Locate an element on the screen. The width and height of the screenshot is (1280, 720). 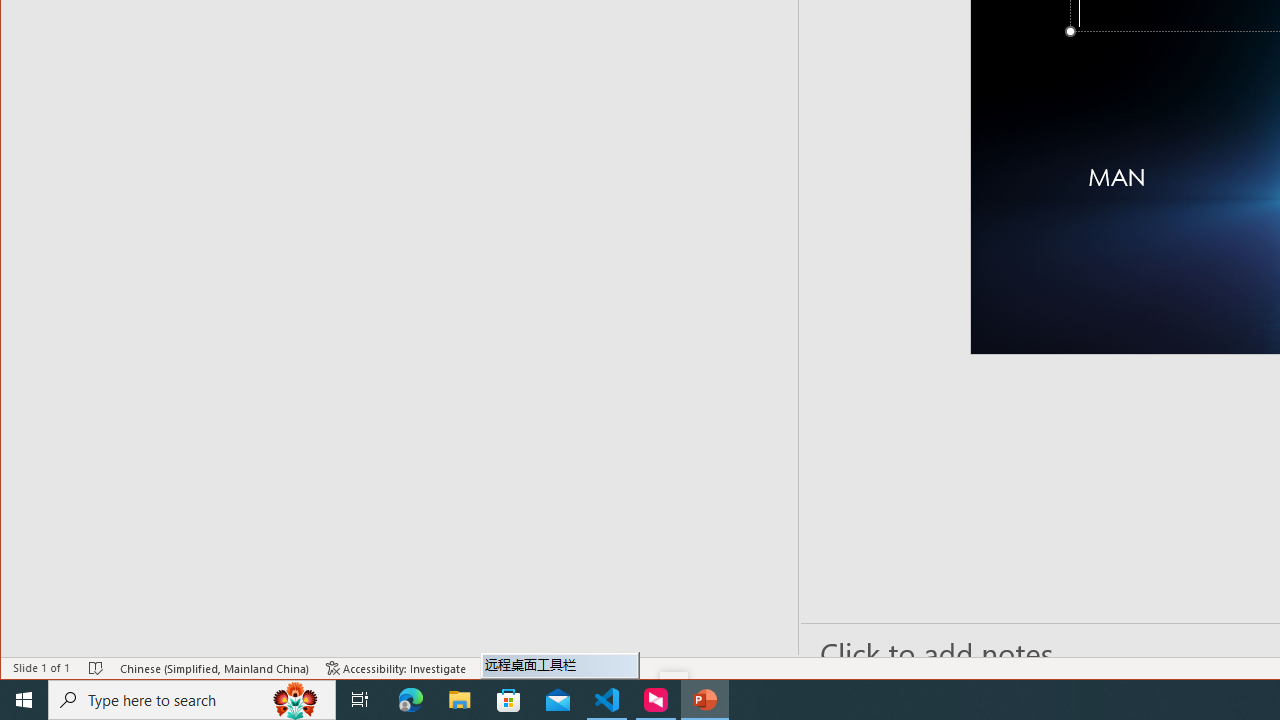
'Task View' is located at coordinates (359, 698).